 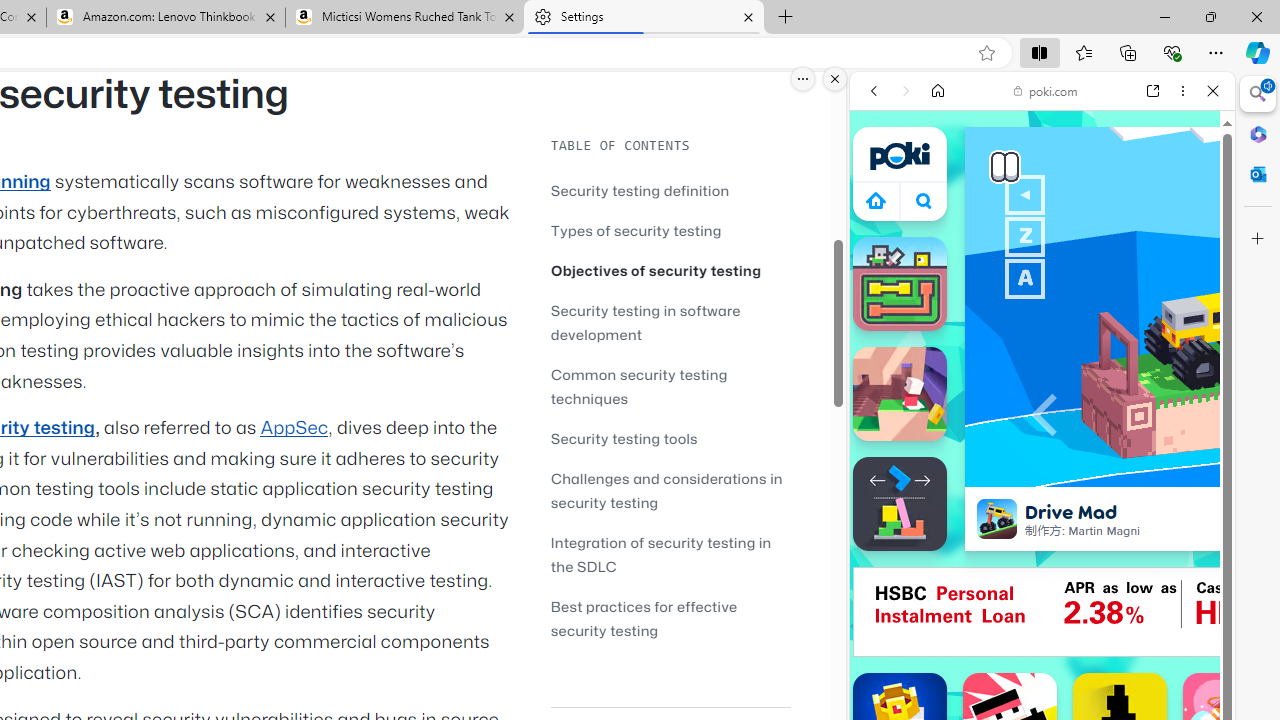 I want to click on 'Security testing tools', so click(x=670, y=437).